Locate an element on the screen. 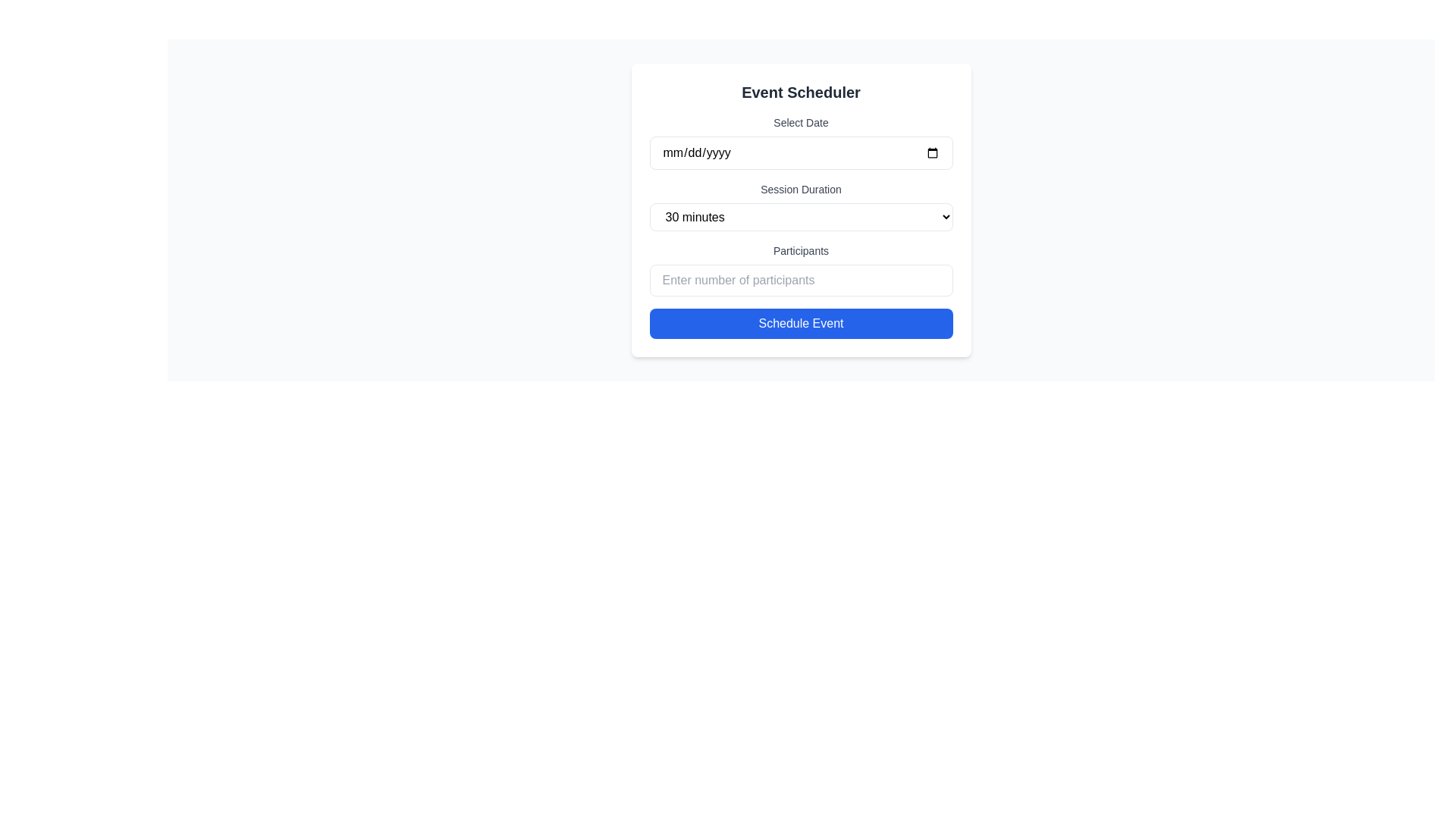  the text label that indicates the purpose of the adjacent input field for entering the number of participants is located at coordinates (800, 250).